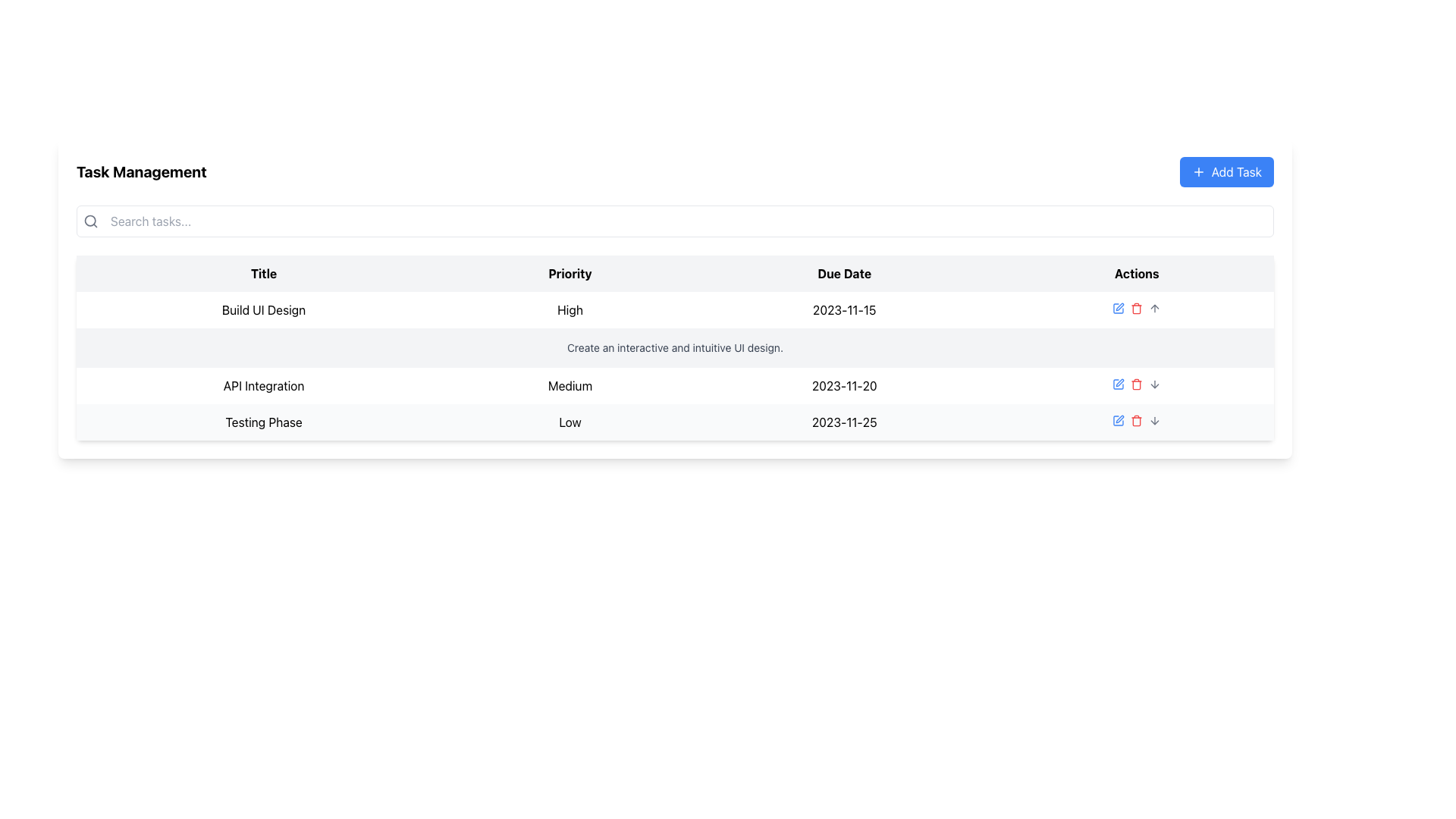 This screenshot has width=1456, height=819. What do you see at coordinates (1137, 384) in the screenshot?
I see `the central part of the trashcan icon located in the 'Actions' column of the table, which represents a delete function` at bounding box center [1137, 384].